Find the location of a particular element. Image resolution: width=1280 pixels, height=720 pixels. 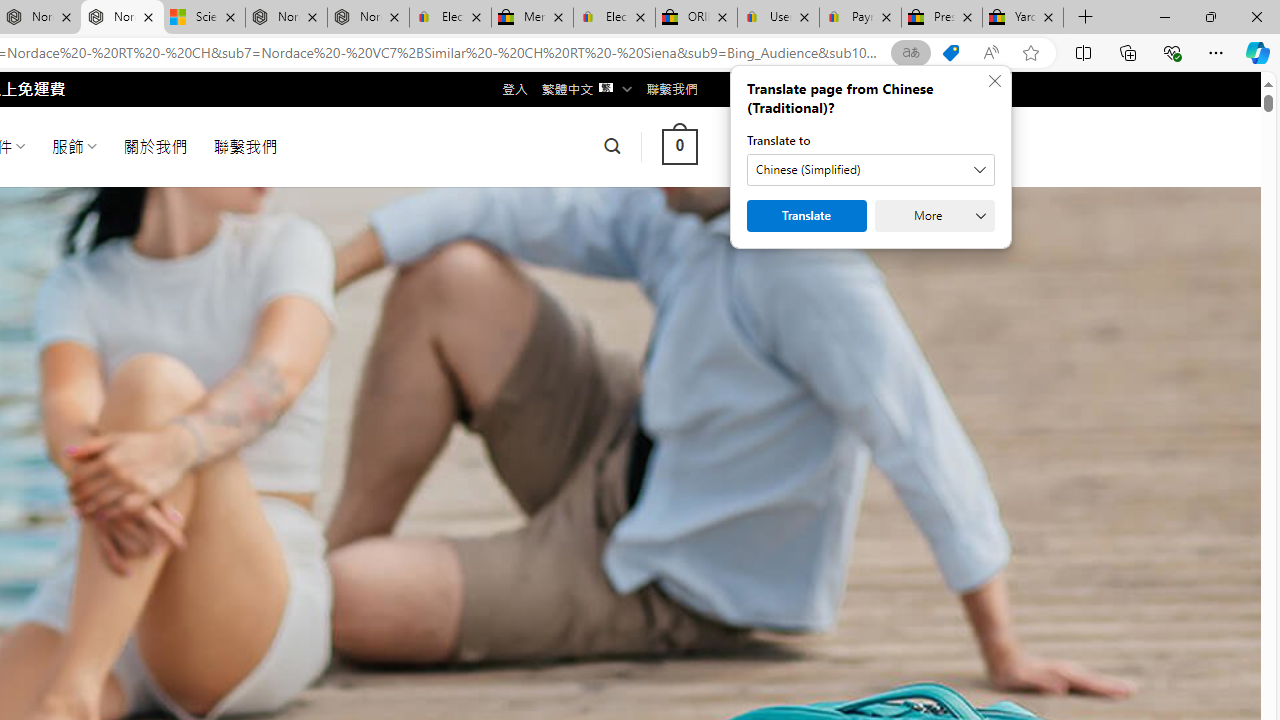

'Nordace - FAQ' is located at coordinates (368, 17).